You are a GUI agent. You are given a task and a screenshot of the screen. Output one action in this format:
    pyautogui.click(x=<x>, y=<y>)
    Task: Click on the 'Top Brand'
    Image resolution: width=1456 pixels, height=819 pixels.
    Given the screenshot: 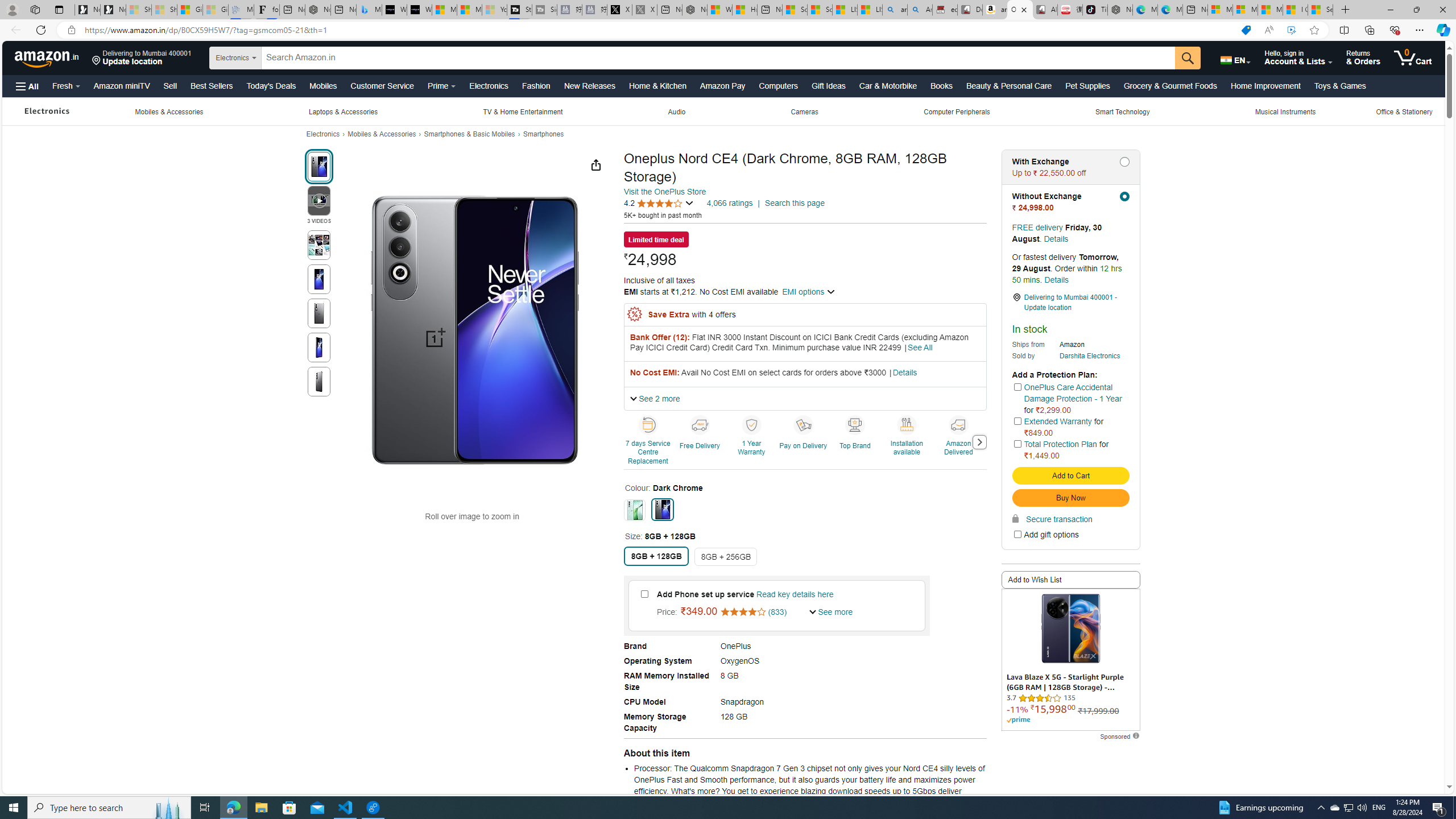 What is the action you would take?
    pyautogui.click(x=855, y=441)
    